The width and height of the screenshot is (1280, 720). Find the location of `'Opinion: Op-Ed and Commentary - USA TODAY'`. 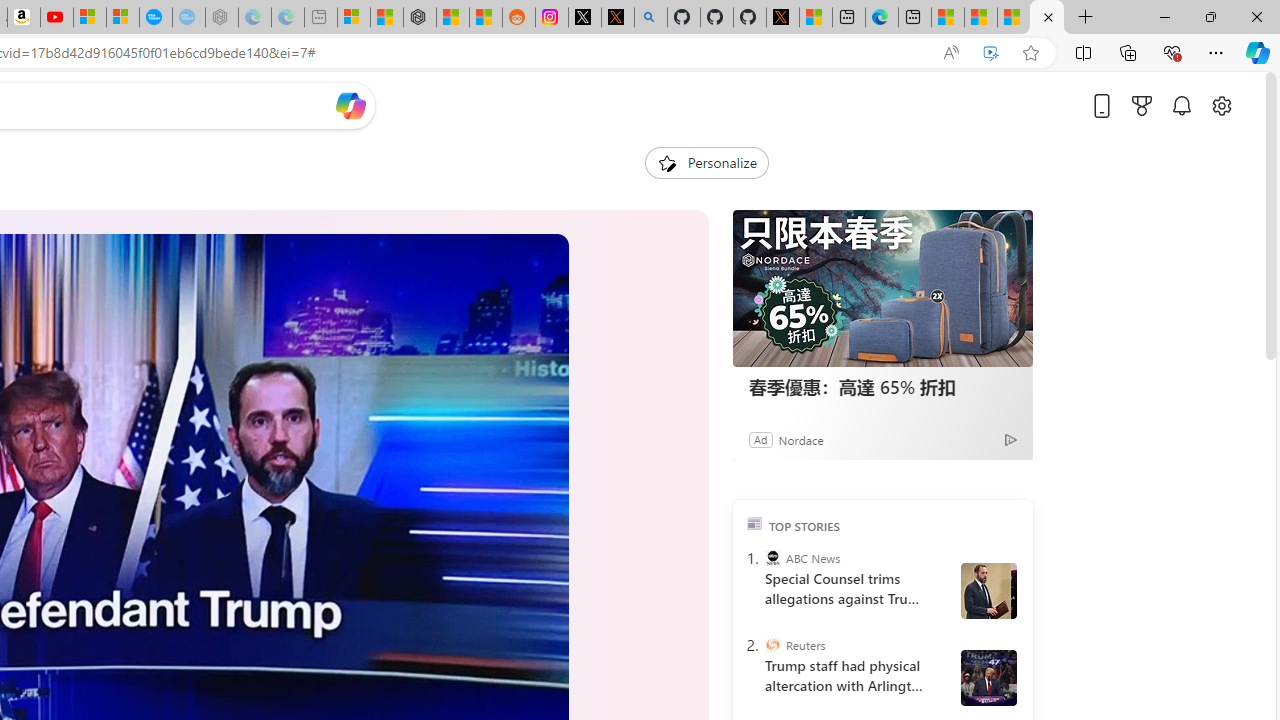

'Opinion: Op-Ed and Commentary - USA TODAY' is located at coordinates (154, 17).